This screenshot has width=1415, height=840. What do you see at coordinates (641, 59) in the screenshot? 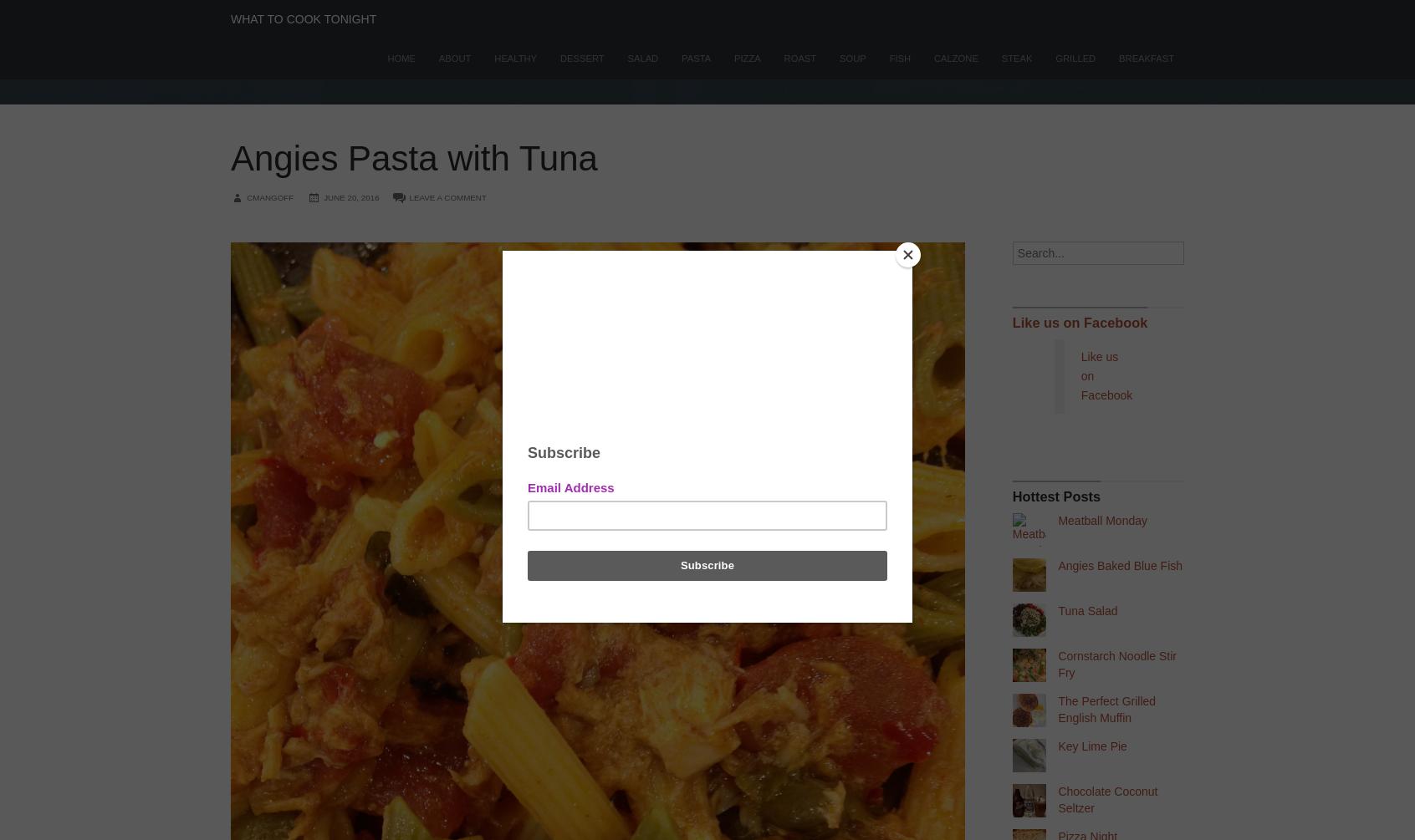
I see `'salad'` at bounding box center [641, 59].